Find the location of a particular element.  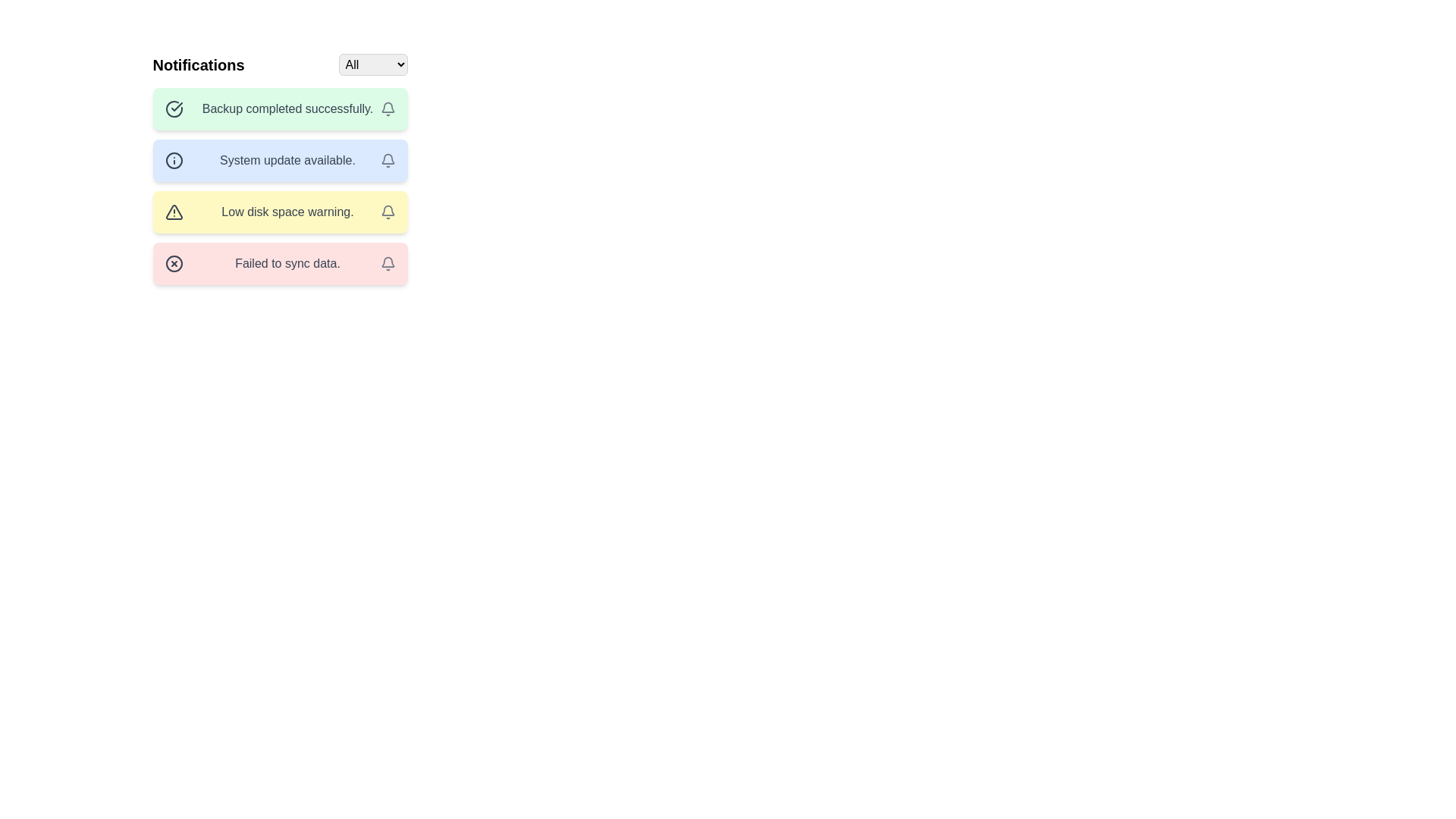

notification text from the second alert box that has a light blue background and contains the text 'System update available.' is located at coordinates (280, 161).